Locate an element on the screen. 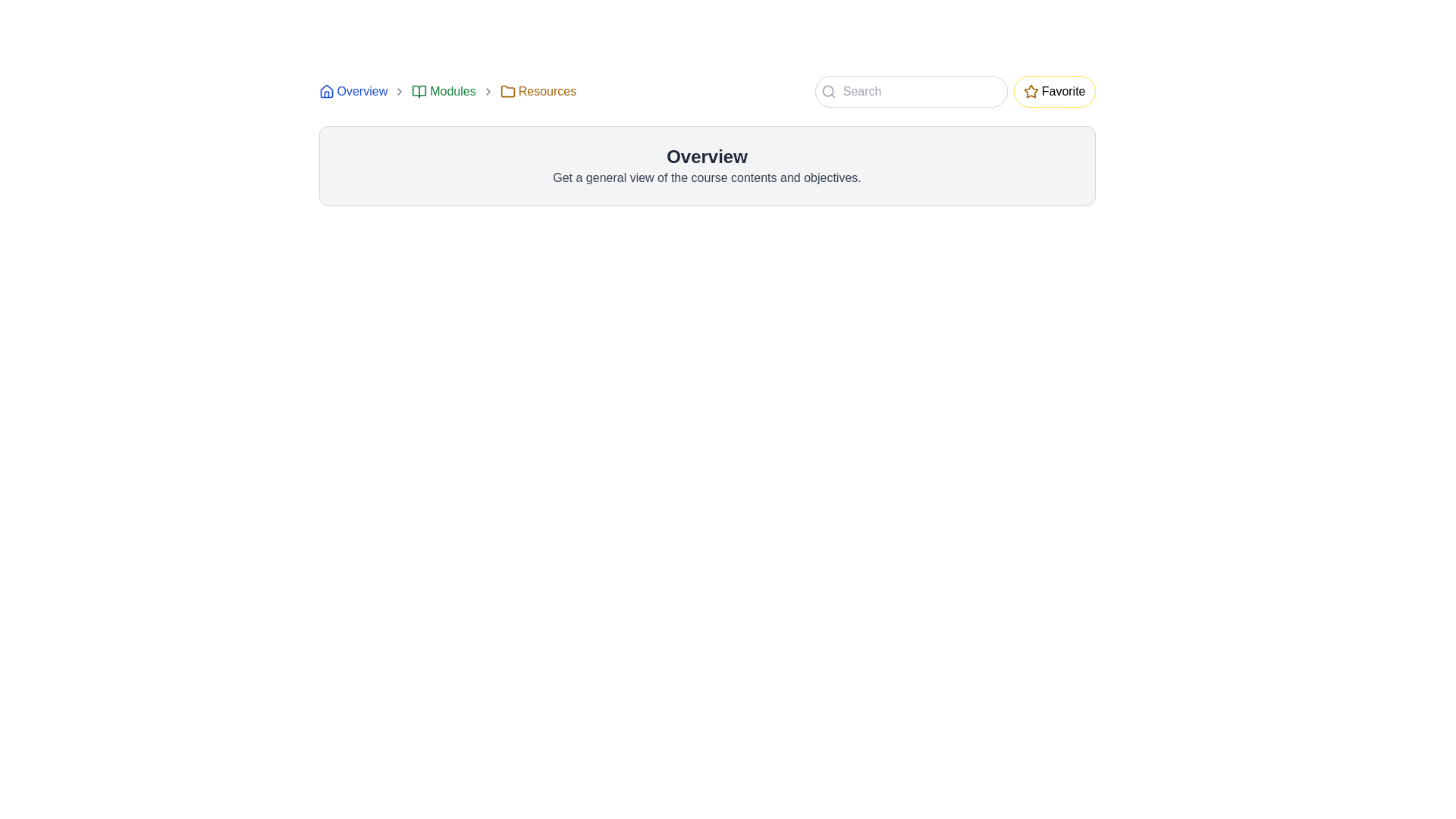  the 'Resources' clickable link is located at coordinates (538, 91).